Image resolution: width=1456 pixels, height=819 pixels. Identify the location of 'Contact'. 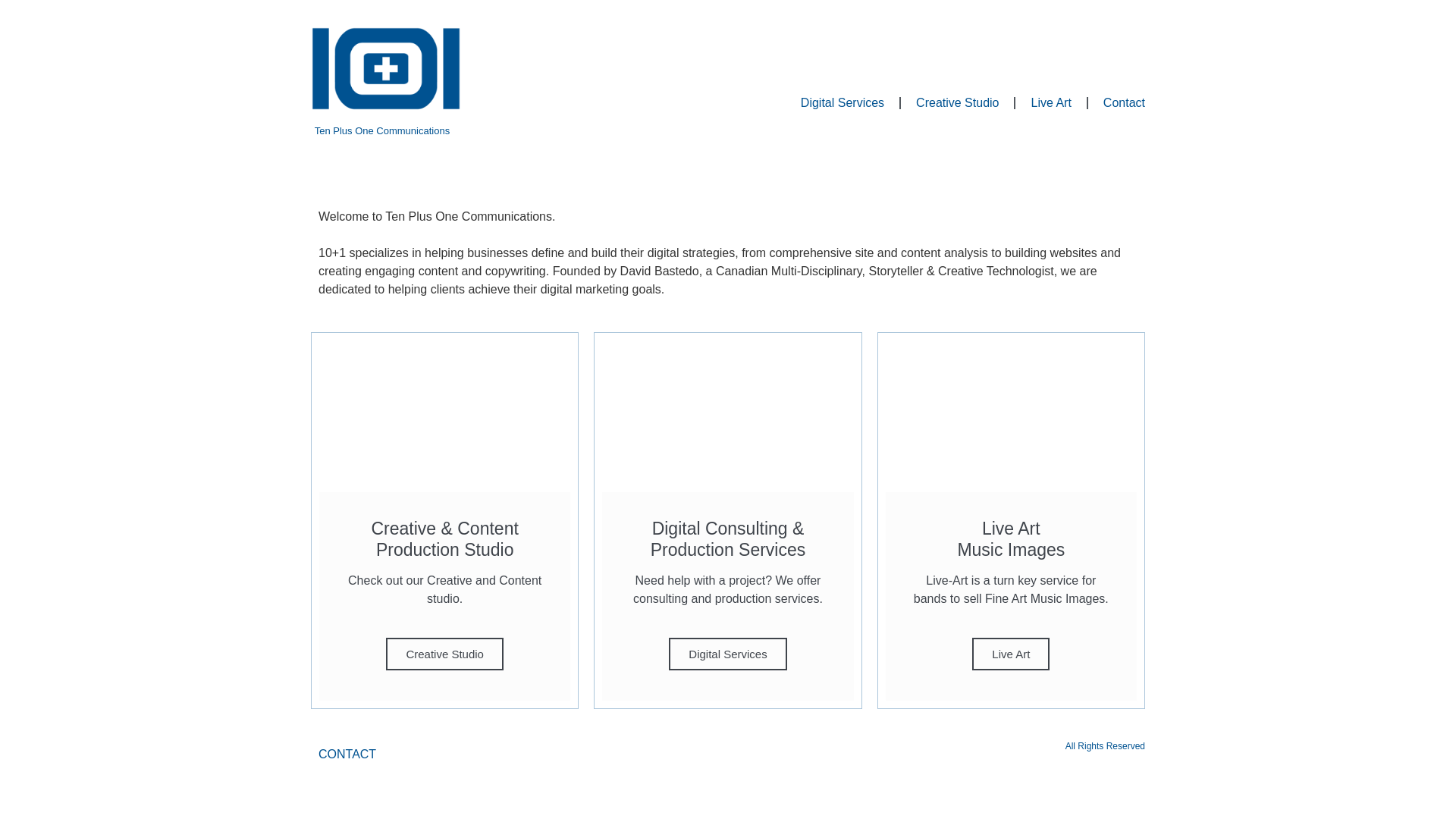
(1124, 102).